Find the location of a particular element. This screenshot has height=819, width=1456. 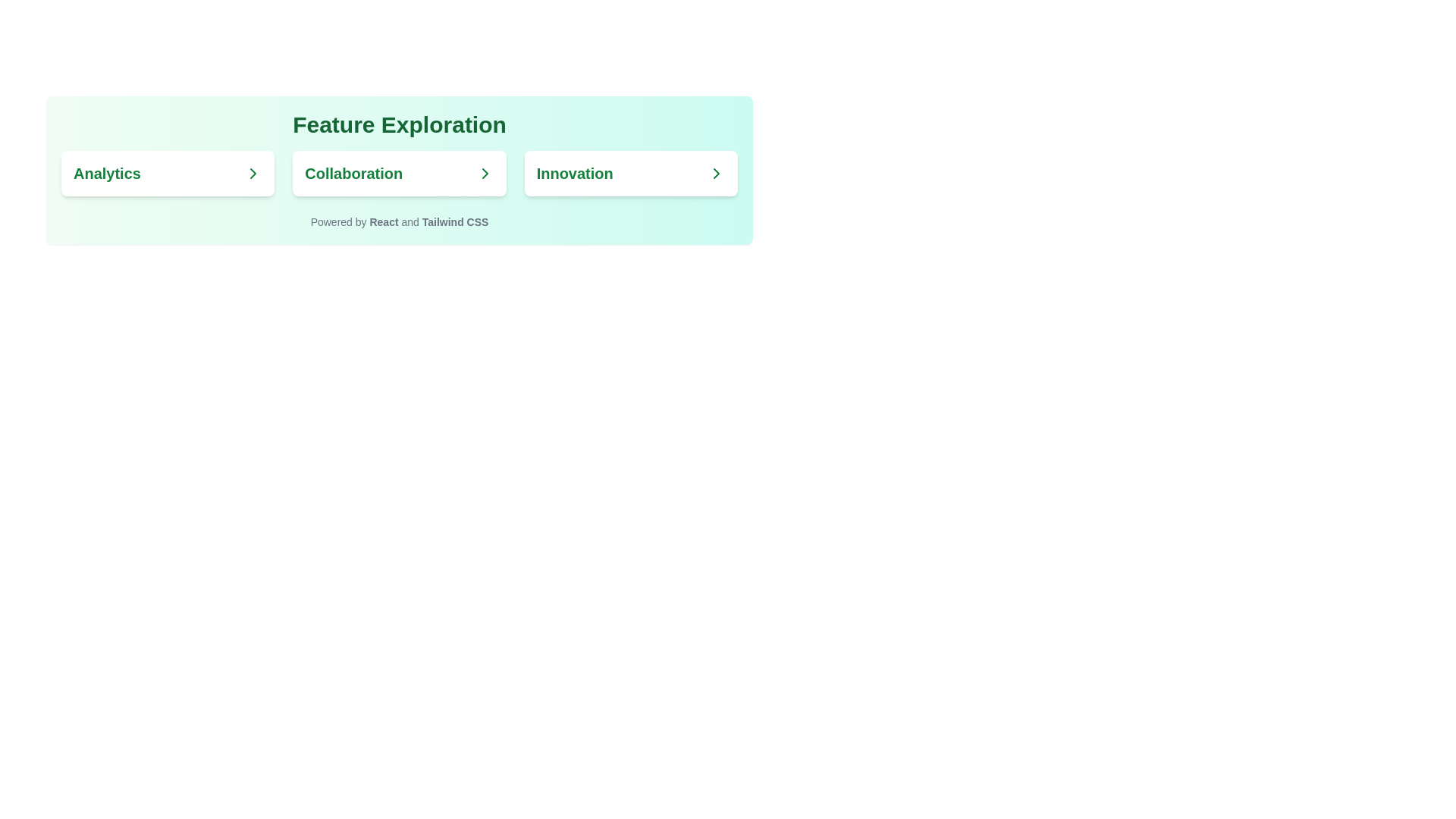

the text label 'Collaboration' styled in bold, extra-large green font, which is positioned in the middle of the feature list between 'Analytics' and 'Innovation' is located at coordinates (400, 172).